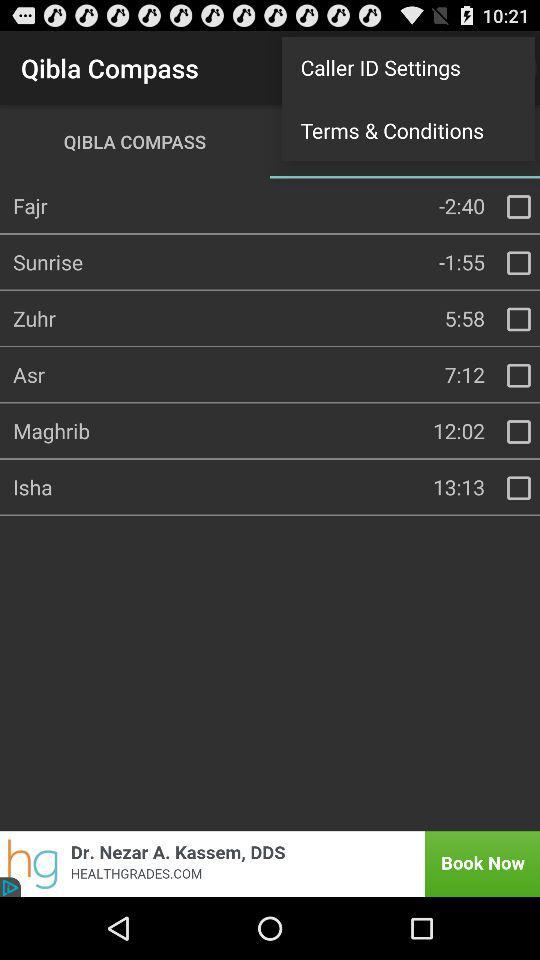  Describe the element at coordinates (518, 319) in the screenshot. I see `option` at that location.